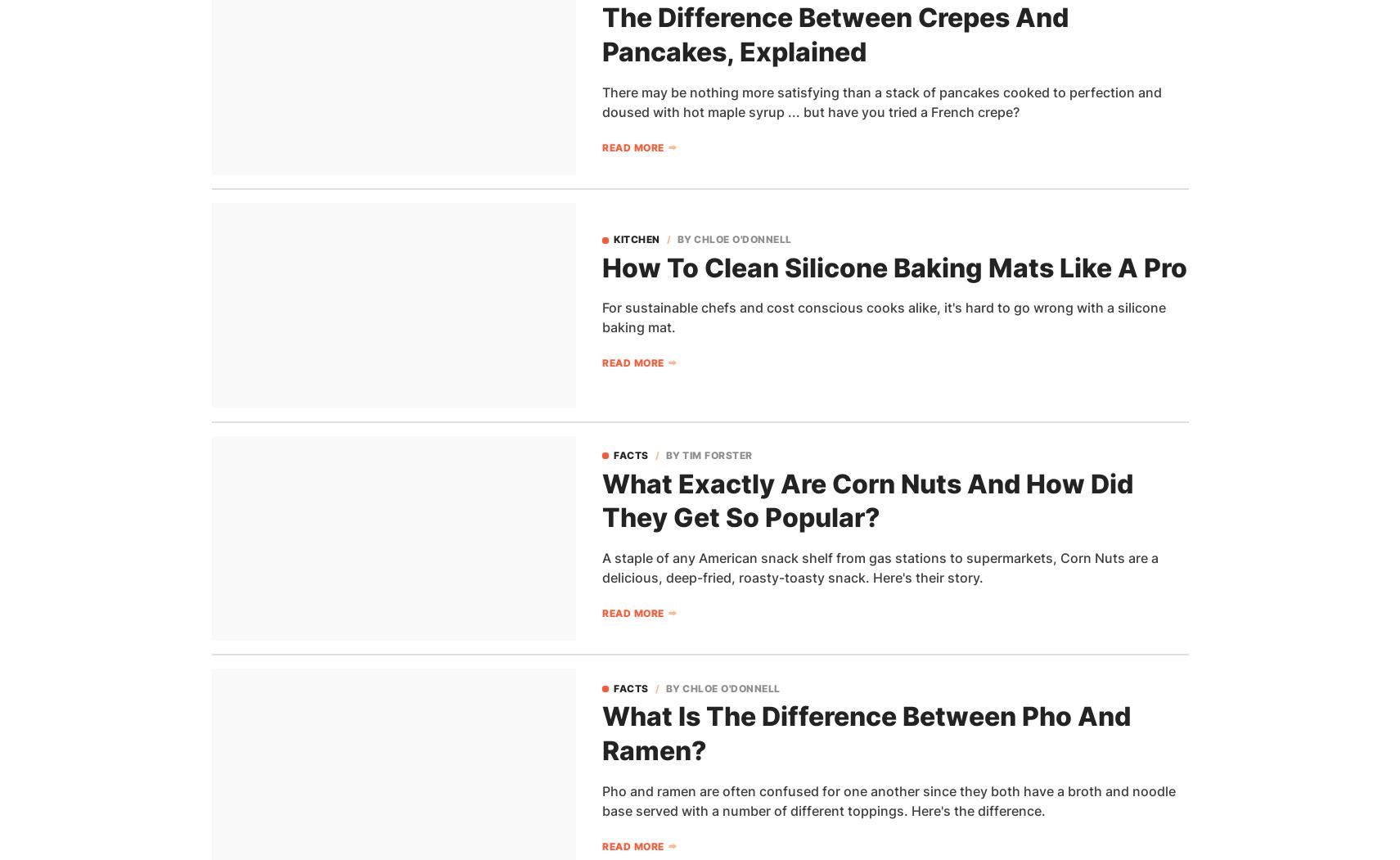 The image size is (1400, 860). What do you see at coordinates (880, 566) in the screenshot?
I see `'A staple of any American snack shelf from gas stations to supermarkets, Corn Nuts are a delicious, deep-fried, roasty-toasty snack. Here's their story.'` at bounding box center [880, 566].